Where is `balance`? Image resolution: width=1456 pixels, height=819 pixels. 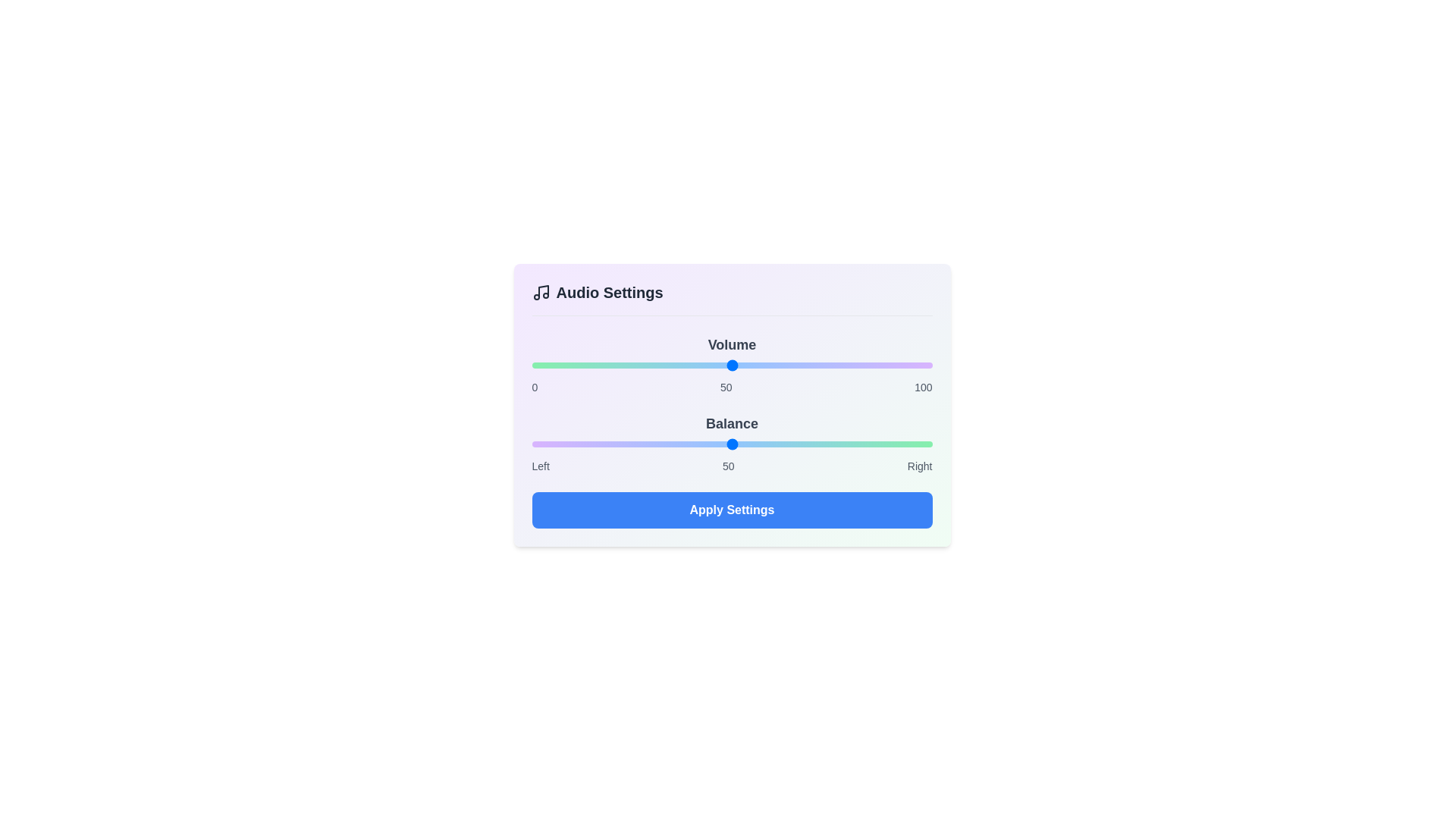 balance is located at coordinates (551, 444).